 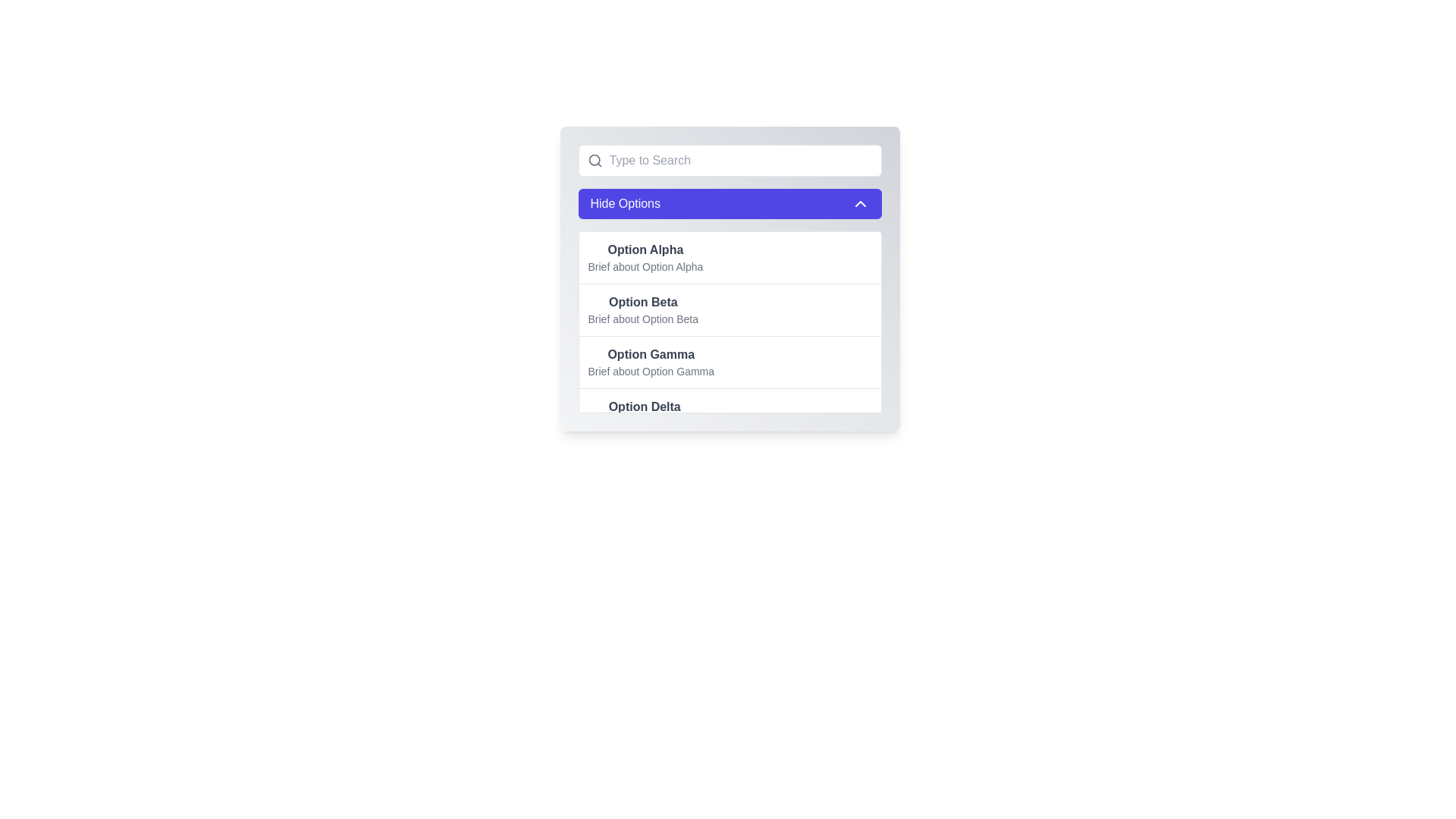 What do you see at coordinates (594, 161) in the screenshot?
I see `the search bar icon located at the leftmost position of the text input field, which serves as a visual cue for the search functionality` at bounding box center [594, 161].